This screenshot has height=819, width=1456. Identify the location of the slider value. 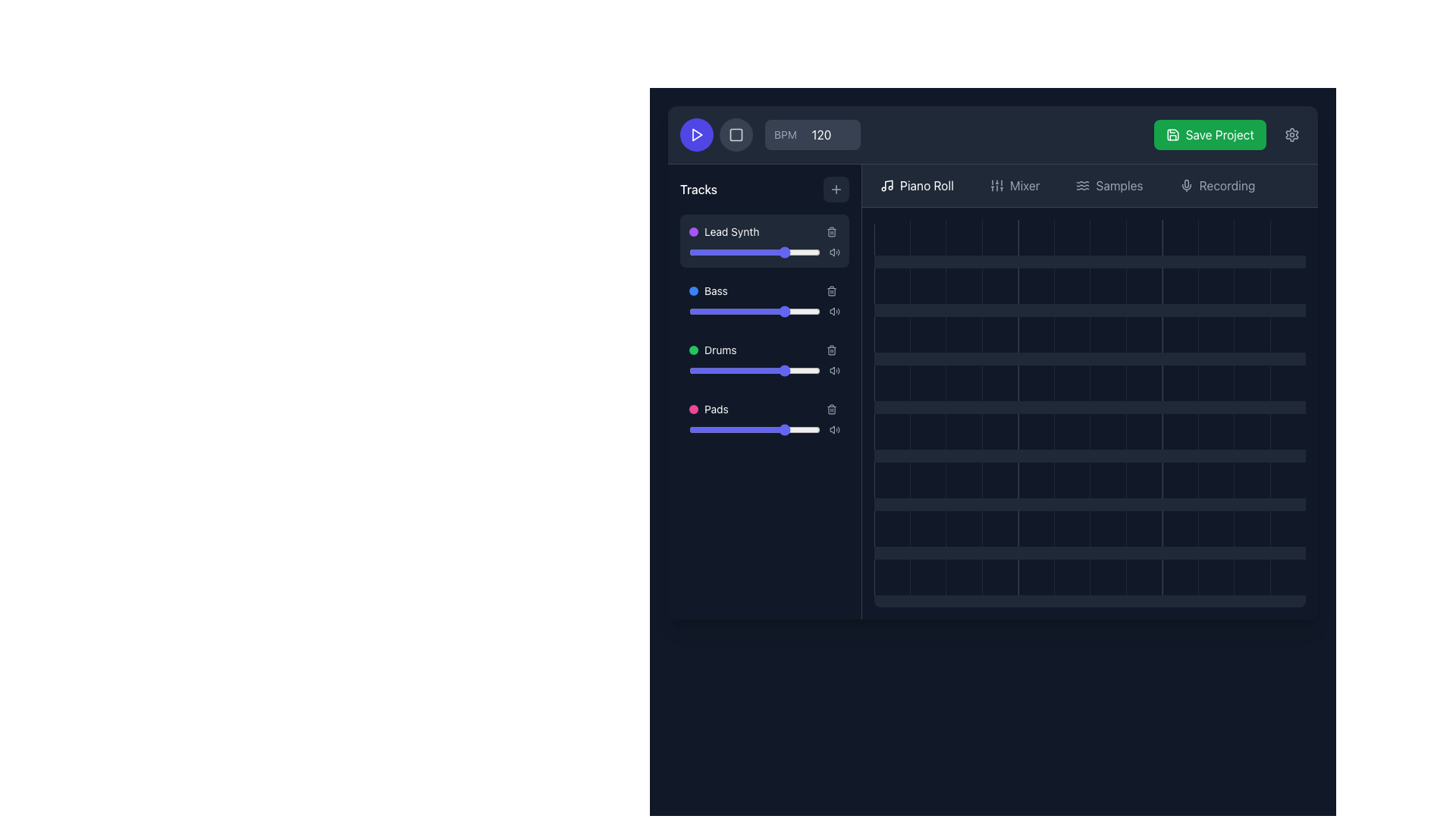
(742, 251).